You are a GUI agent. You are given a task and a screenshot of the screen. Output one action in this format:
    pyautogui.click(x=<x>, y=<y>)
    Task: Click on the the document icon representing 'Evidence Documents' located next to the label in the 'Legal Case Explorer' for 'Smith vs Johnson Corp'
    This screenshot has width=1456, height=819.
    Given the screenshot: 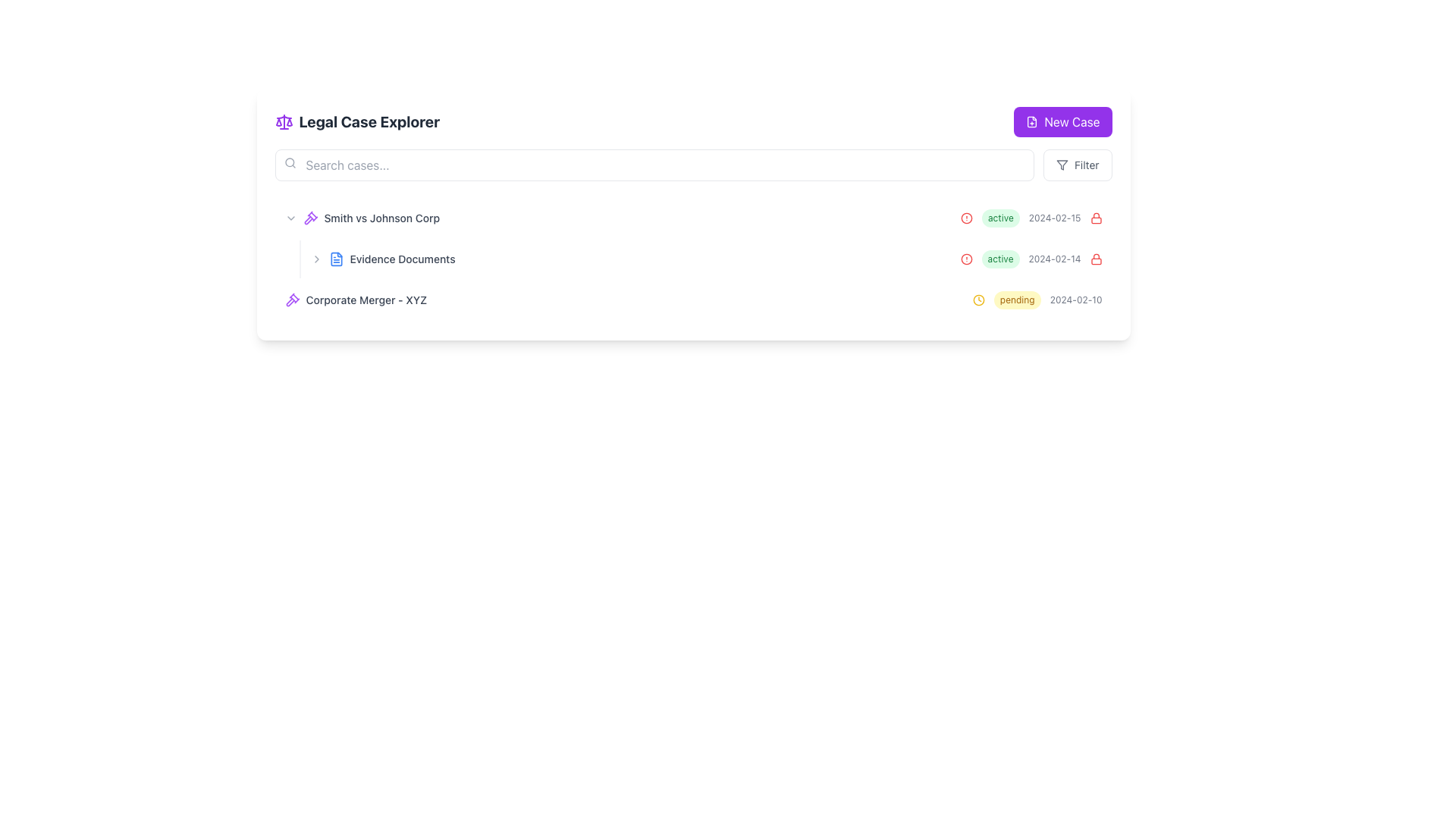 What is the action you would take?
    pyautogui.click(x=335, y=259)
    